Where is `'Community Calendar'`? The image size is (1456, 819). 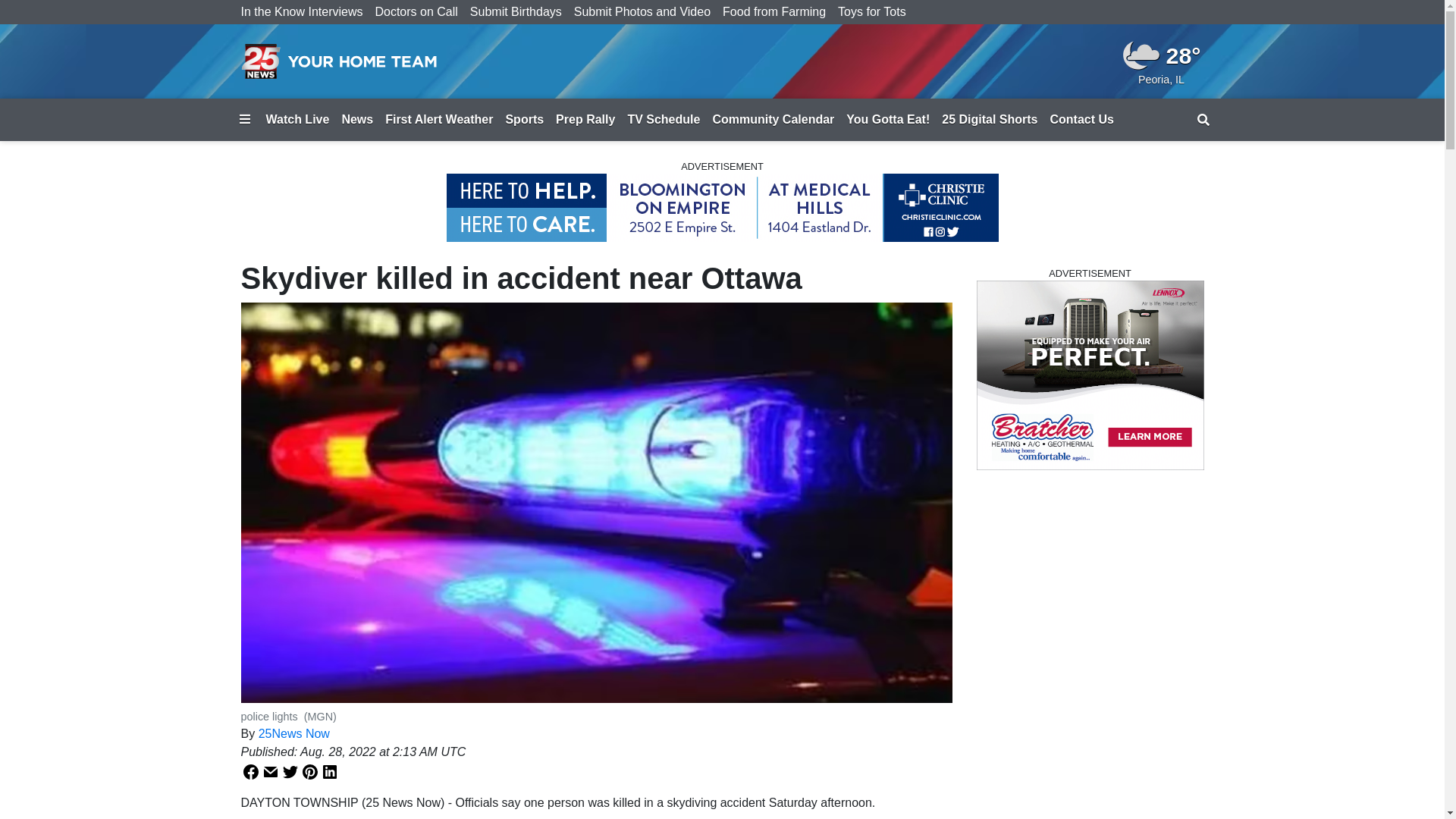
'Community Calendar' is located at coordinates (773, 119).